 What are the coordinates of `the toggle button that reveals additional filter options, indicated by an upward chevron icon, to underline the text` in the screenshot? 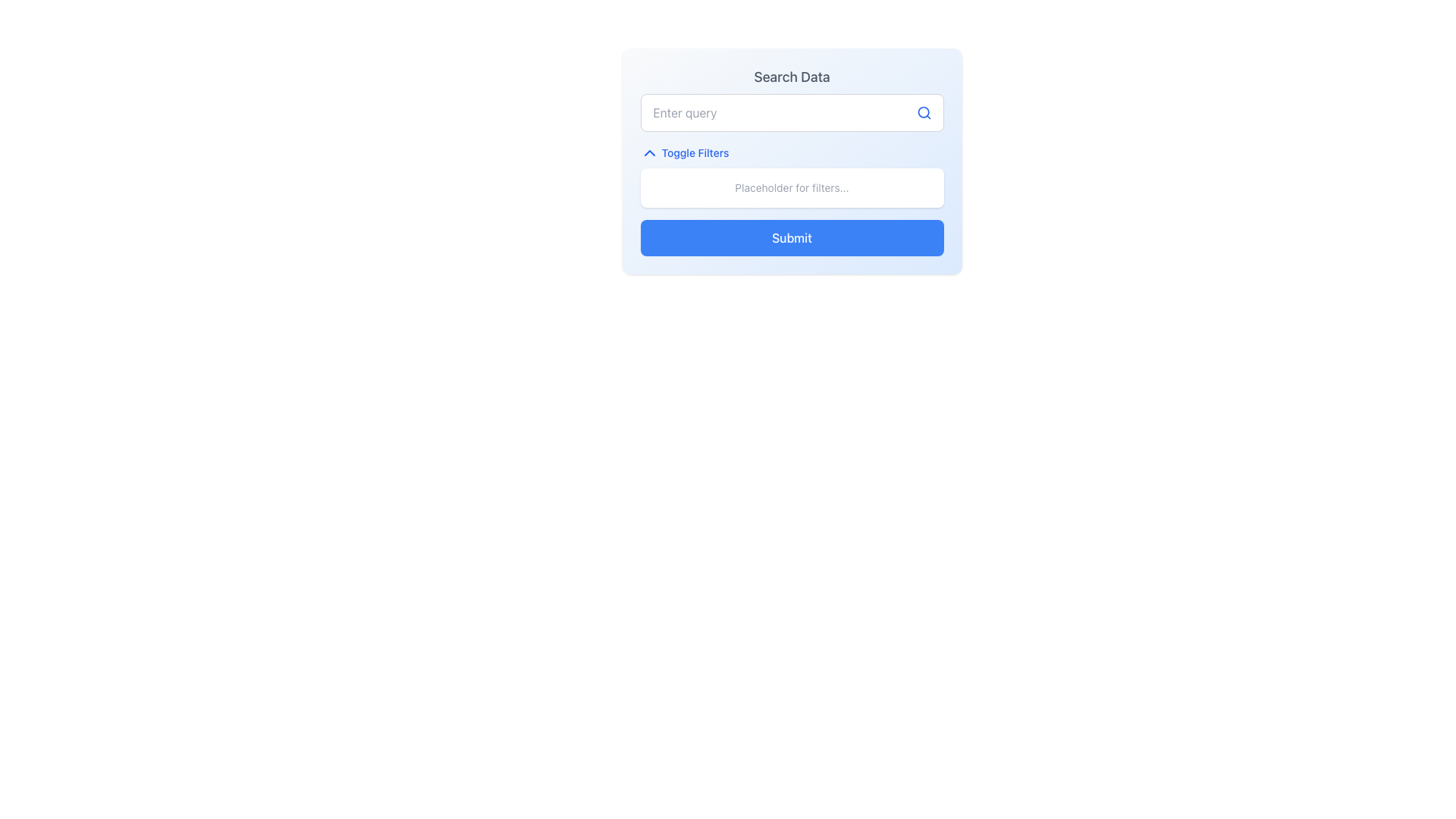 It's located at (683, 152).